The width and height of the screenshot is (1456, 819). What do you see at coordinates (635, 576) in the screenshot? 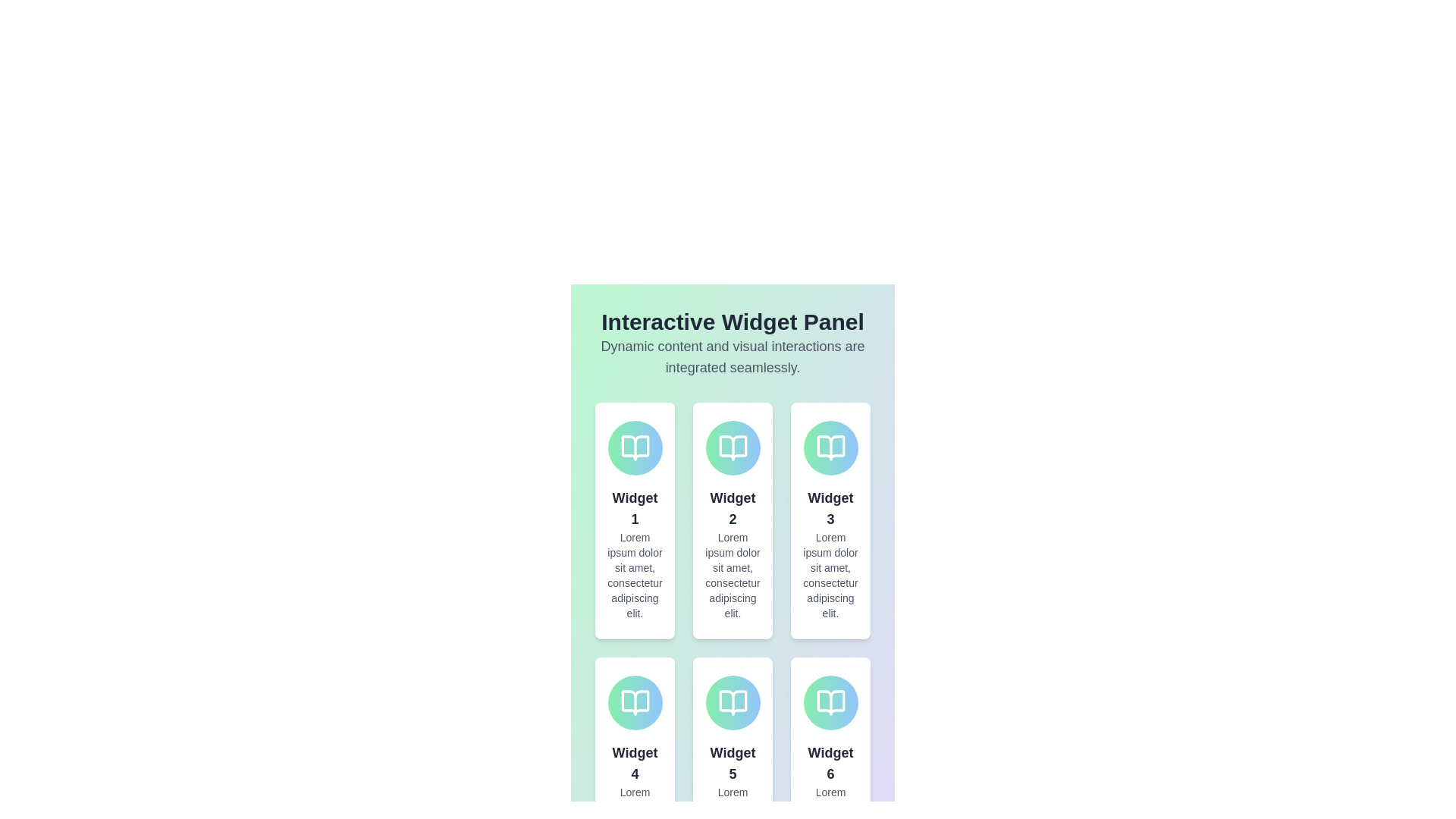
I see `text content of the descriptive text block located beneath the bold title text 'Widget 1' in the interface` at bounding box center [635, 576].